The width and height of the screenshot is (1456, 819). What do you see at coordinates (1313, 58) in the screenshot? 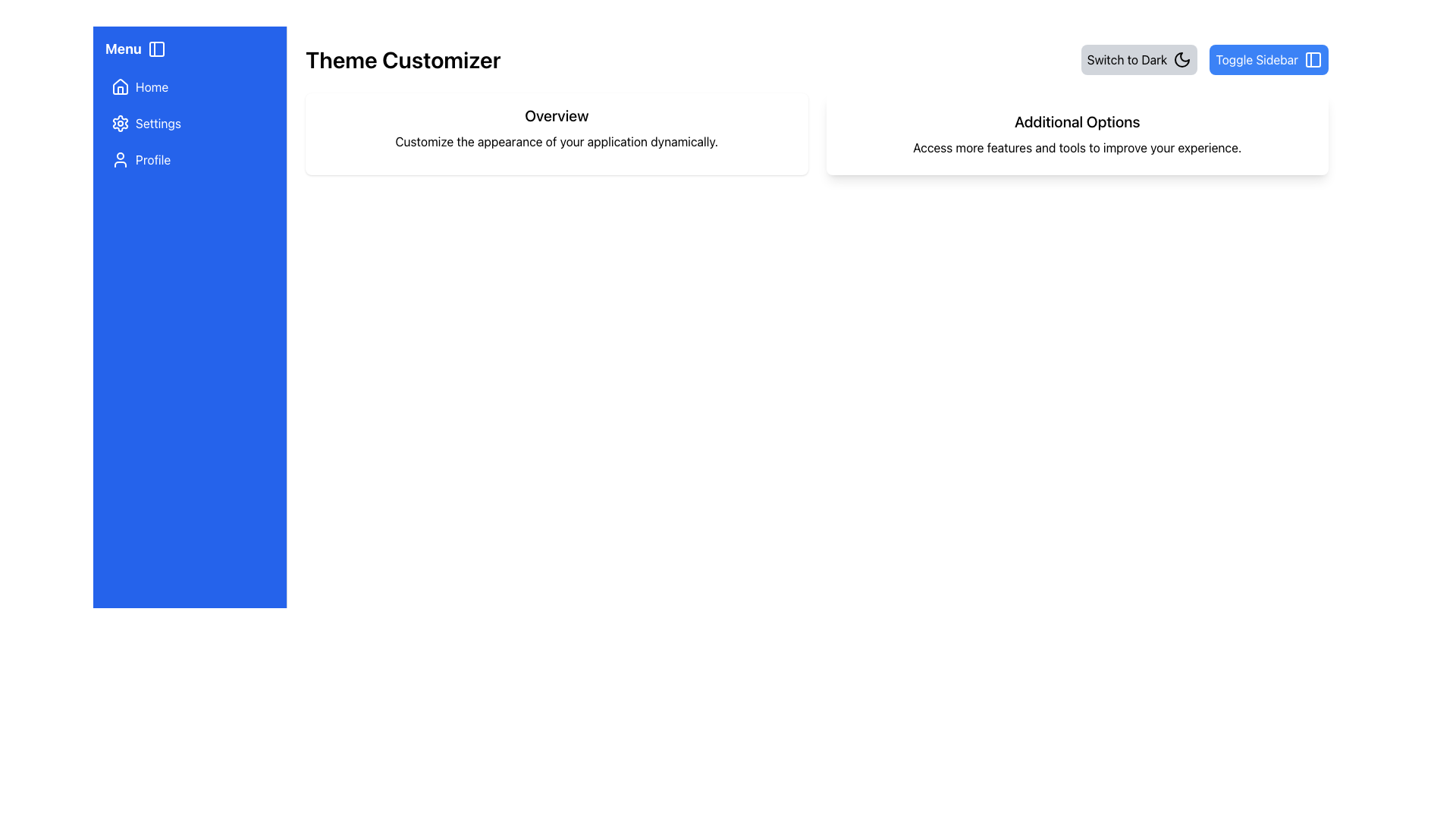
I see `the left portion of the SVG icon representing the 'Toggle Sidebar' functionality` at bounding box center [1313, 58].